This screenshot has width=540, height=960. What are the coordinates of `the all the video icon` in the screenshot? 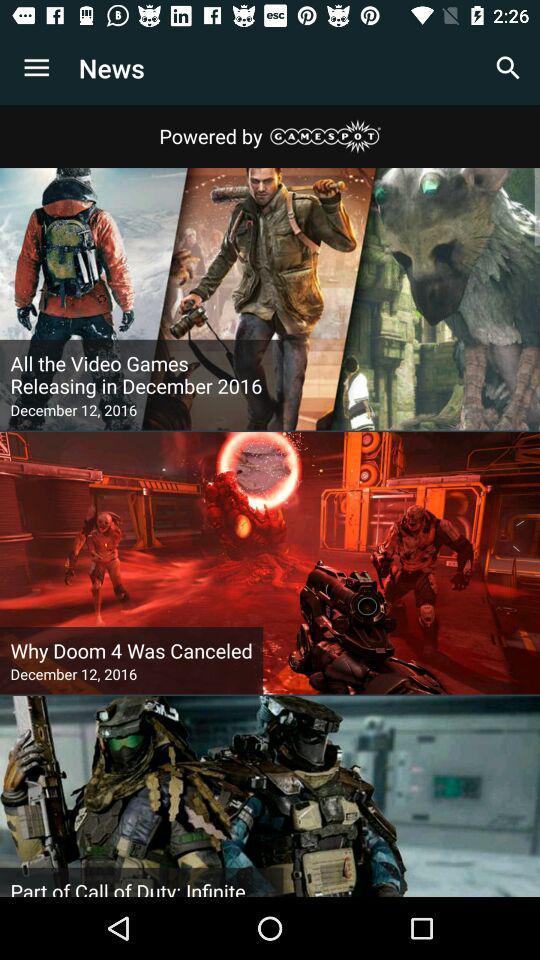 It's located at (140, 374).